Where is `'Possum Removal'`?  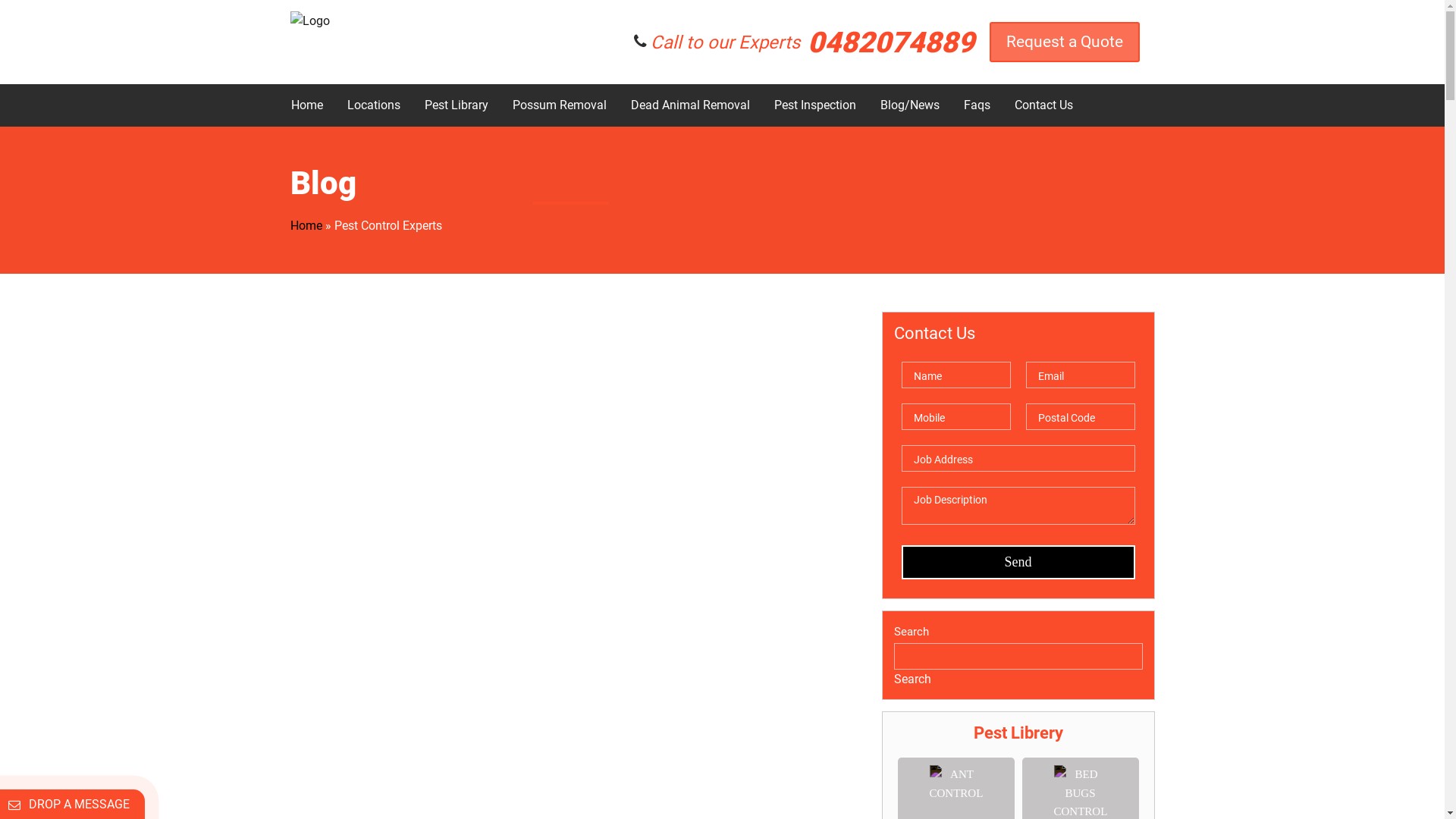 'Possum Removal' is located at coordinates (558, 104).